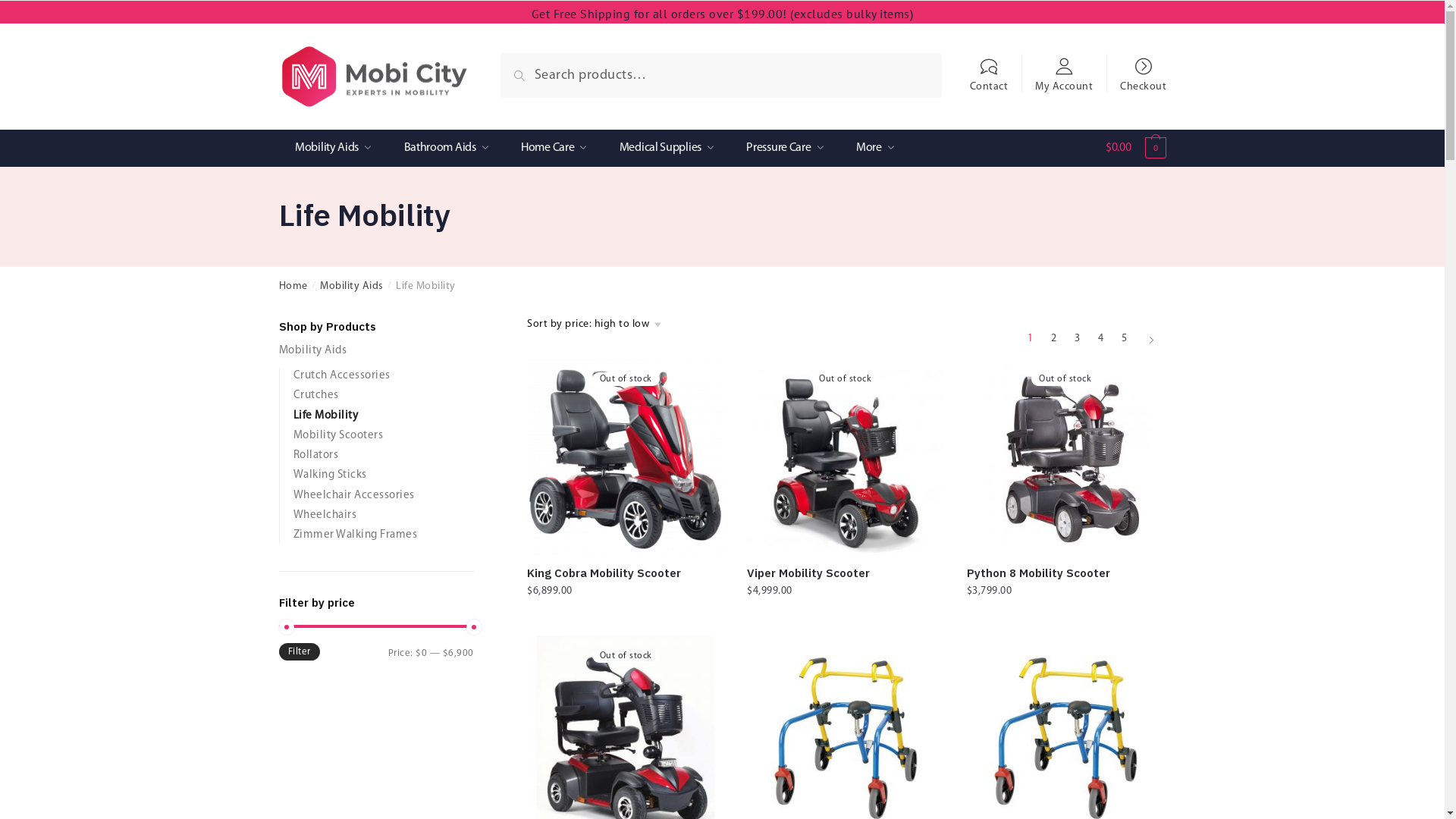  Describe the element at coordinates (1100, 338) in the screenshot. I see `'4'` at that location.